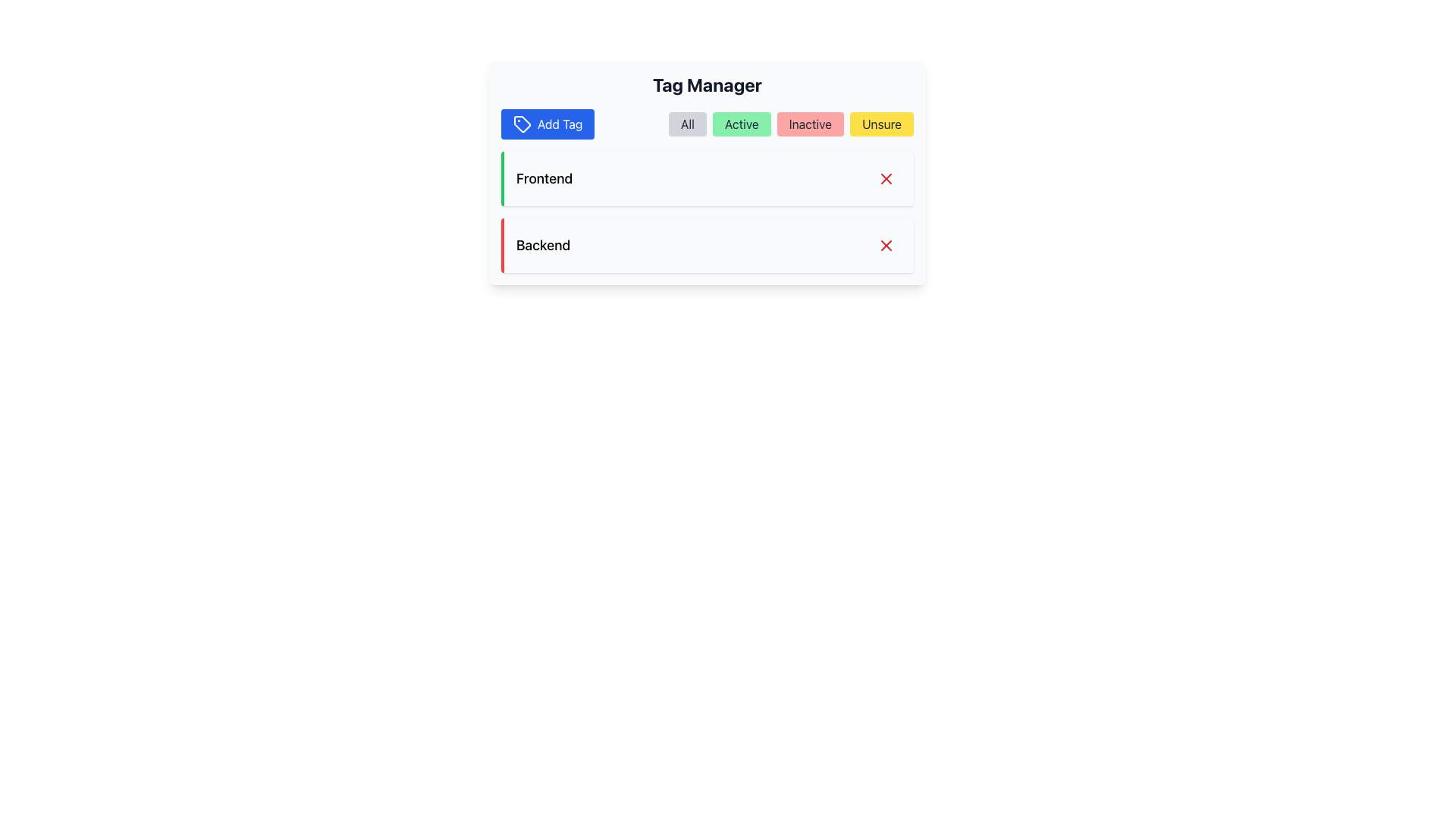 The height and width of the screenshot is (819, 1456). What do you see at coordinates (886, 245) in the screenshot?
I see `the delete button located at the bottom-right corner of the 'Backend' row in the 'Tag Manager' interface` at bounding box center [886, 245].